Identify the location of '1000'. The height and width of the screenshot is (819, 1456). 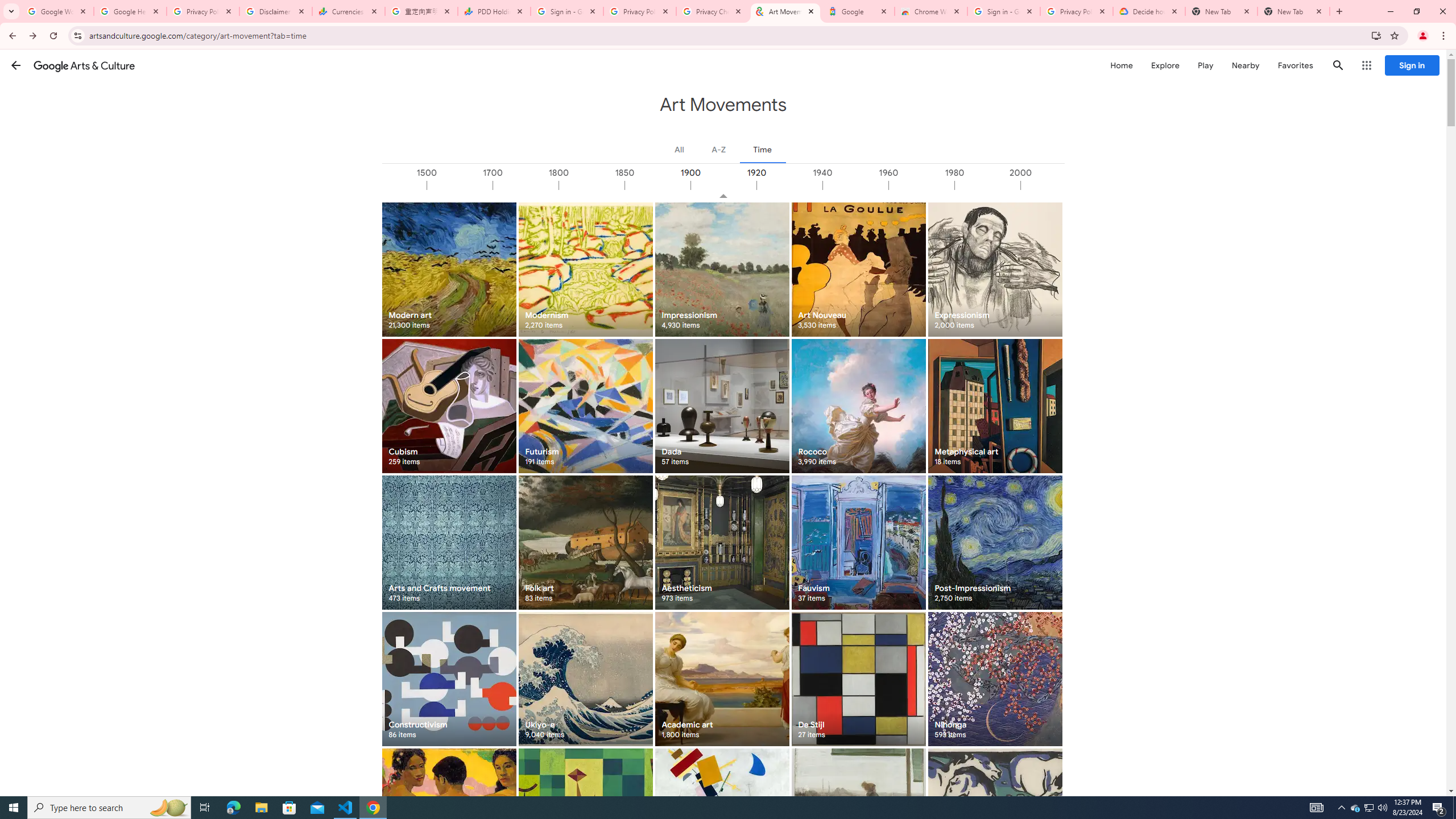
(392, 185).